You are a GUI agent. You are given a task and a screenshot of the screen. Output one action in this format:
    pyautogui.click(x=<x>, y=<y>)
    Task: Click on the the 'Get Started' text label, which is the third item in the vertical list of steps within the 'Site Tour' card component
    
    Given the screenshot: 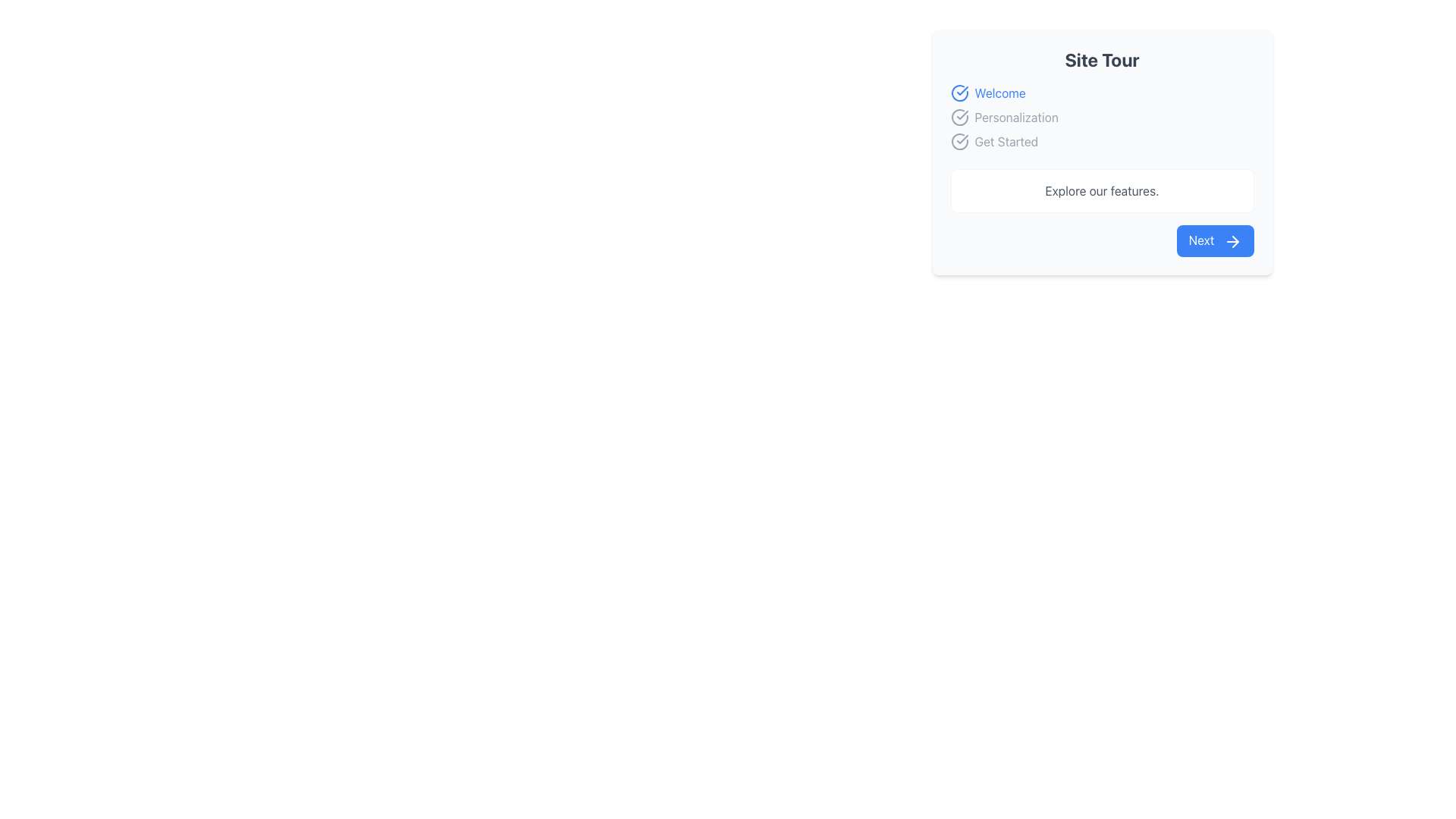 What is the action you would take?
    pyautogui.click(x=1006, y=141)
    